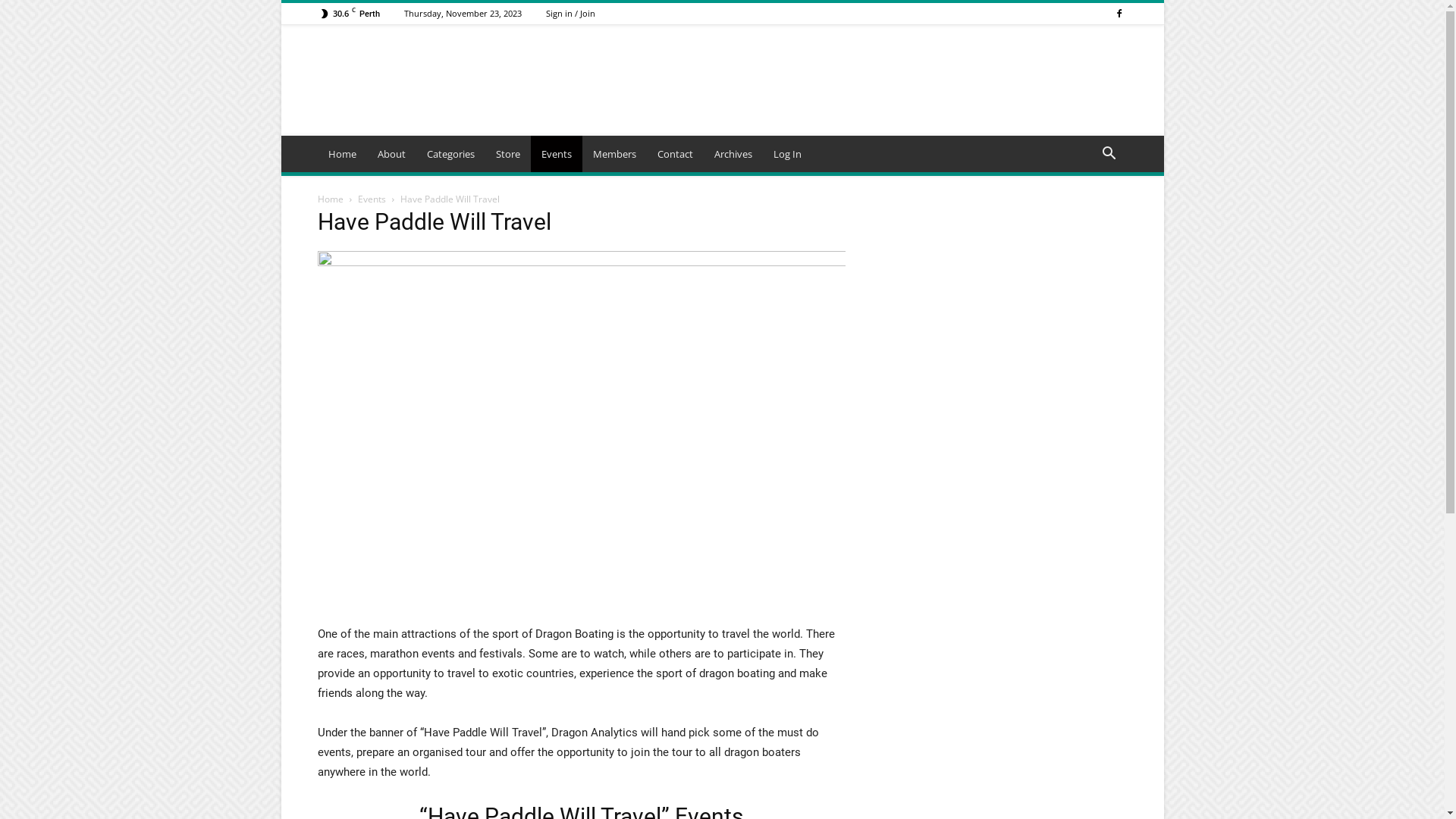 This screenshot has height=819, width=1456. I want to click on 'Home', so click(340, 154).